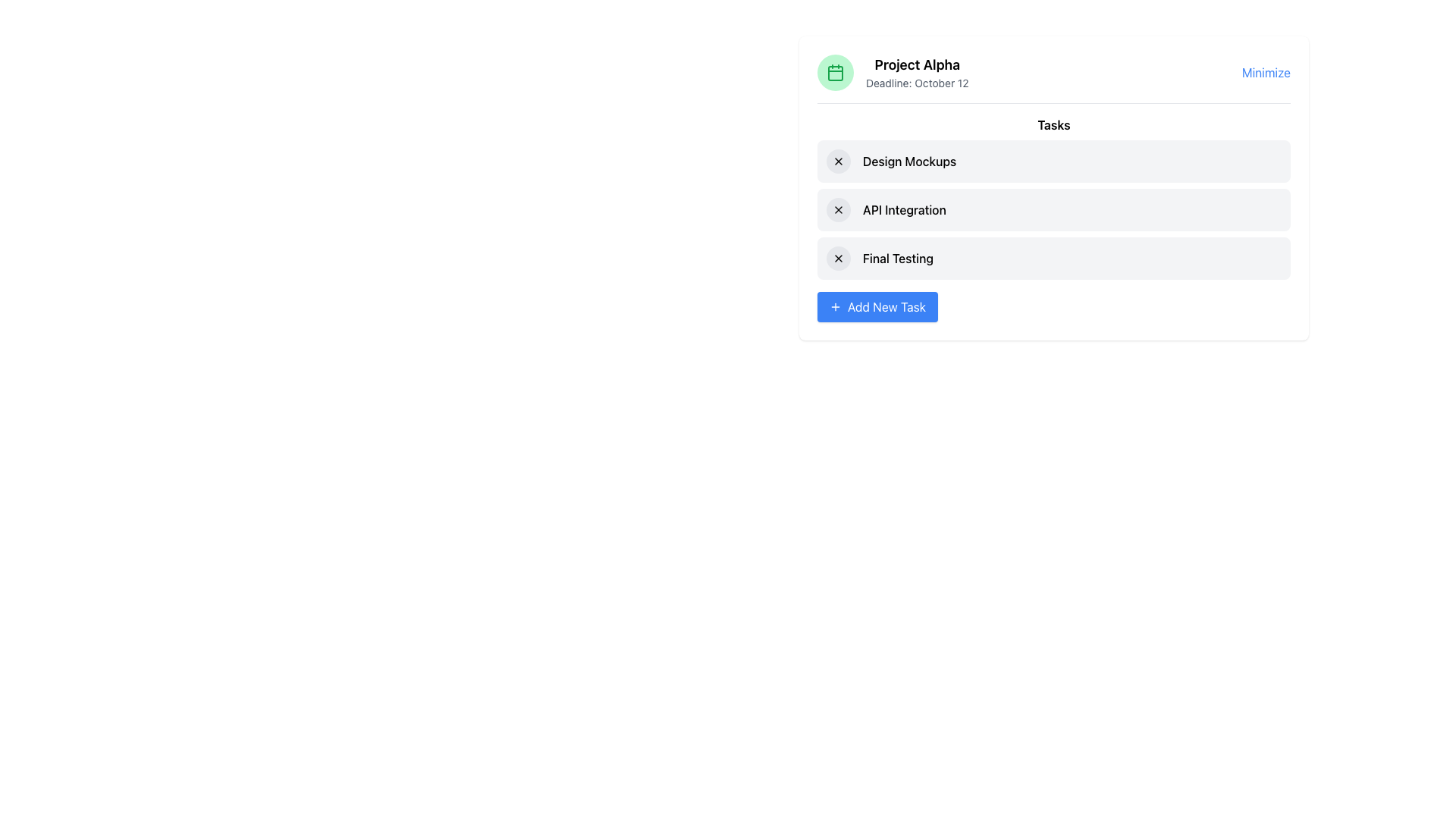  What do you see at coordinates (916, 83) in the screenshot?
I see `the text label displaying 'Deadline: October 12' which is located under the 'Project Alpha' heading in the project card` at bounding box center [916, 83].